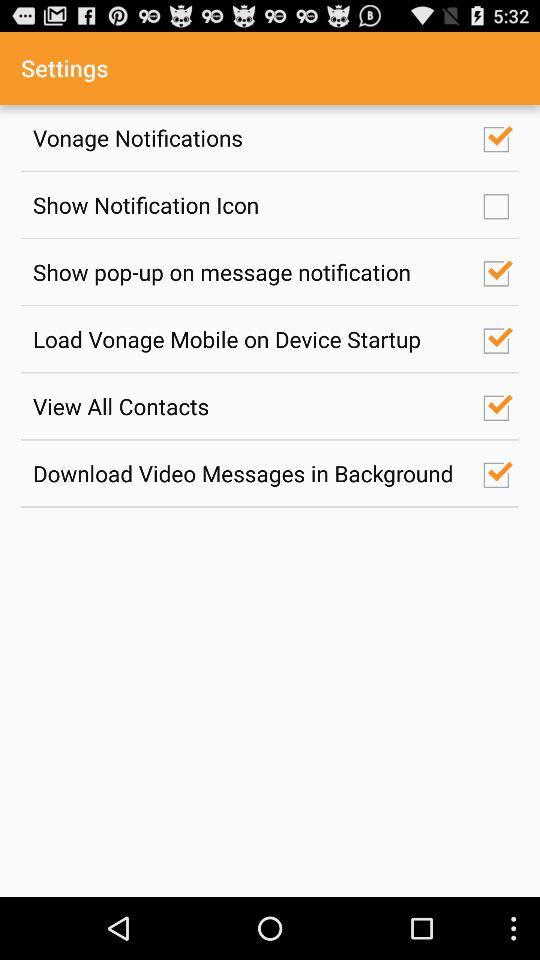  Describe the element at coordinates (247, 405) in the screenshot. I see `the icon below the load vonage mobile icon` at that location.